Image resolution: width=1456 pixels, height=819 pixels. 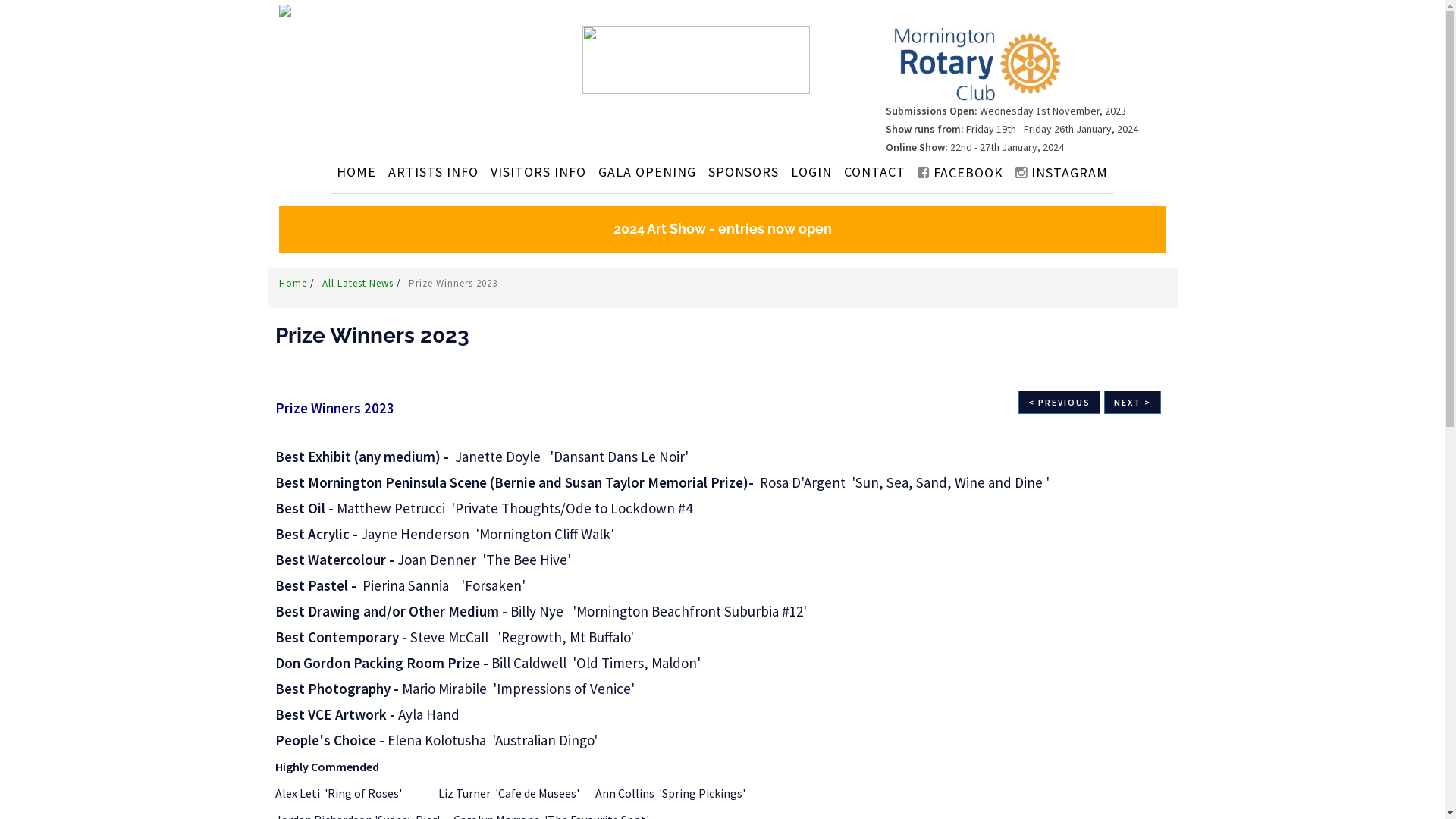 I want to click on 'LOGIN', so click(x=786, y=171).